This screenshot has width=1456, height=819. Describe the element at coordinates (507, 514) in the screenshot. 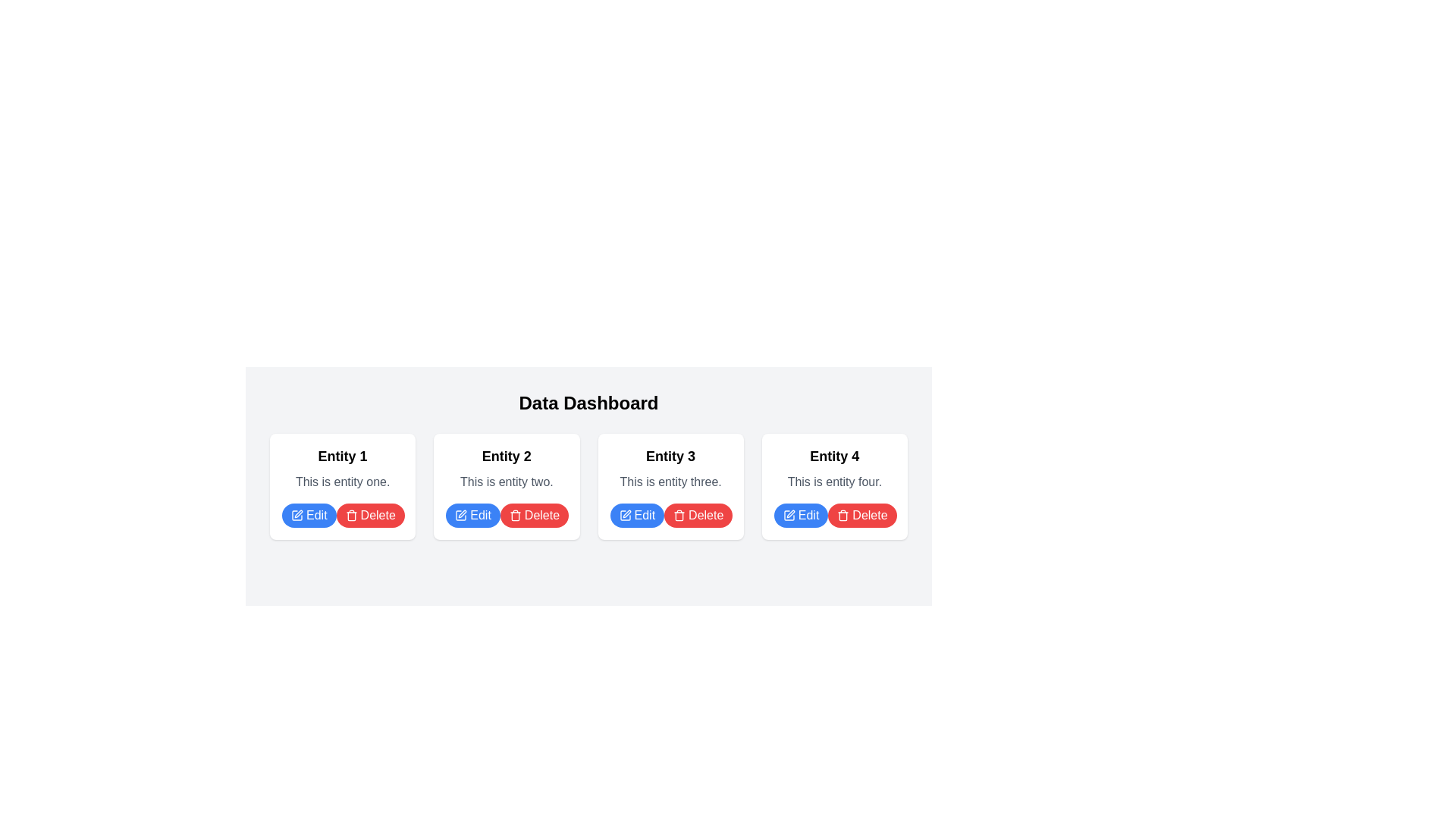

I see `the 'Edit' and 'Delete' buttons in the button group located at the bottom right of 'Entity 2' card for additional interaction feedback` at that location.